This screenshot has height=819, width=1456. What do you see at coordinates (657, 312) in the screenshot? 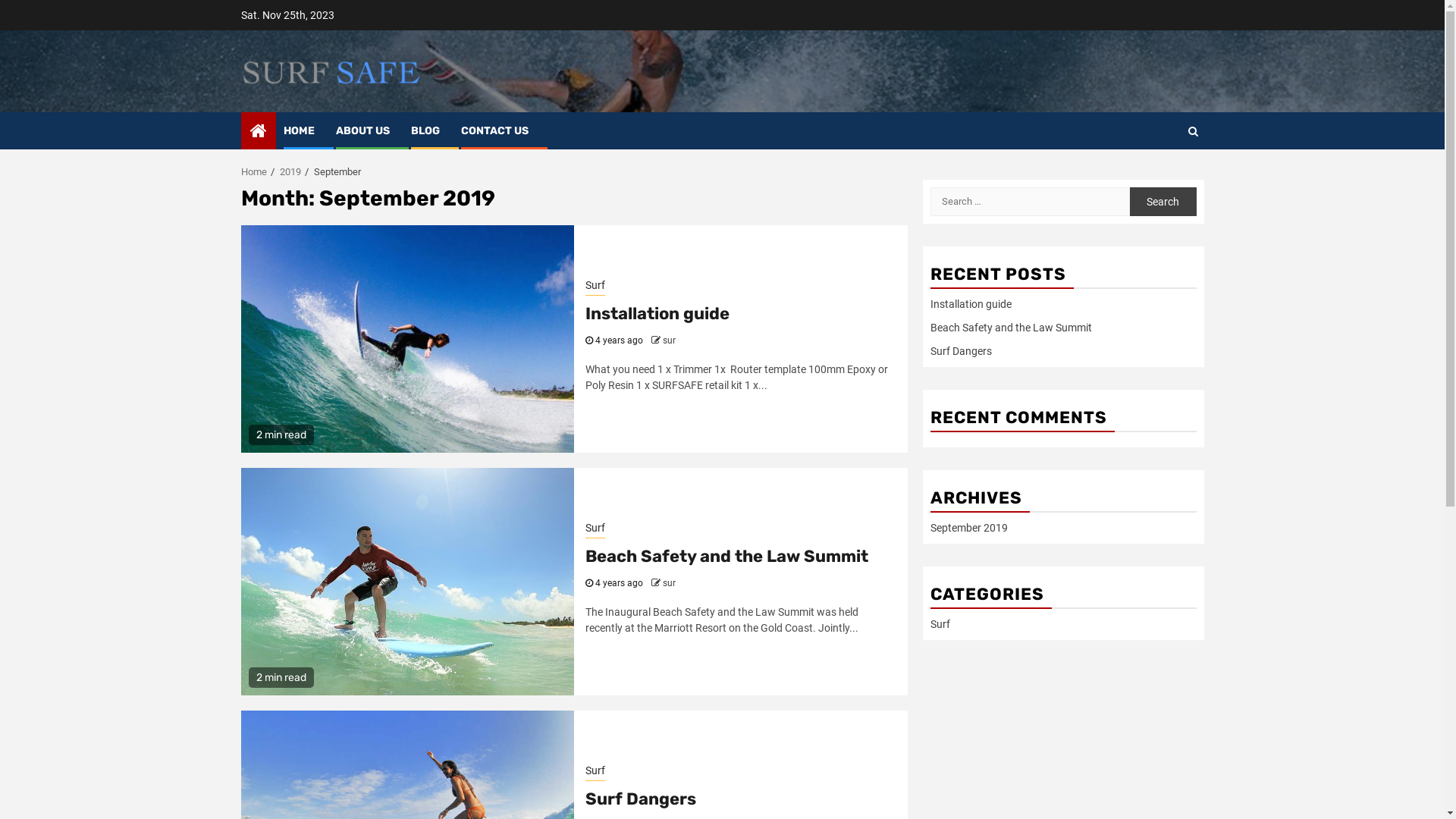
I see `'Installation guide'` at bounding box center [657, 312].